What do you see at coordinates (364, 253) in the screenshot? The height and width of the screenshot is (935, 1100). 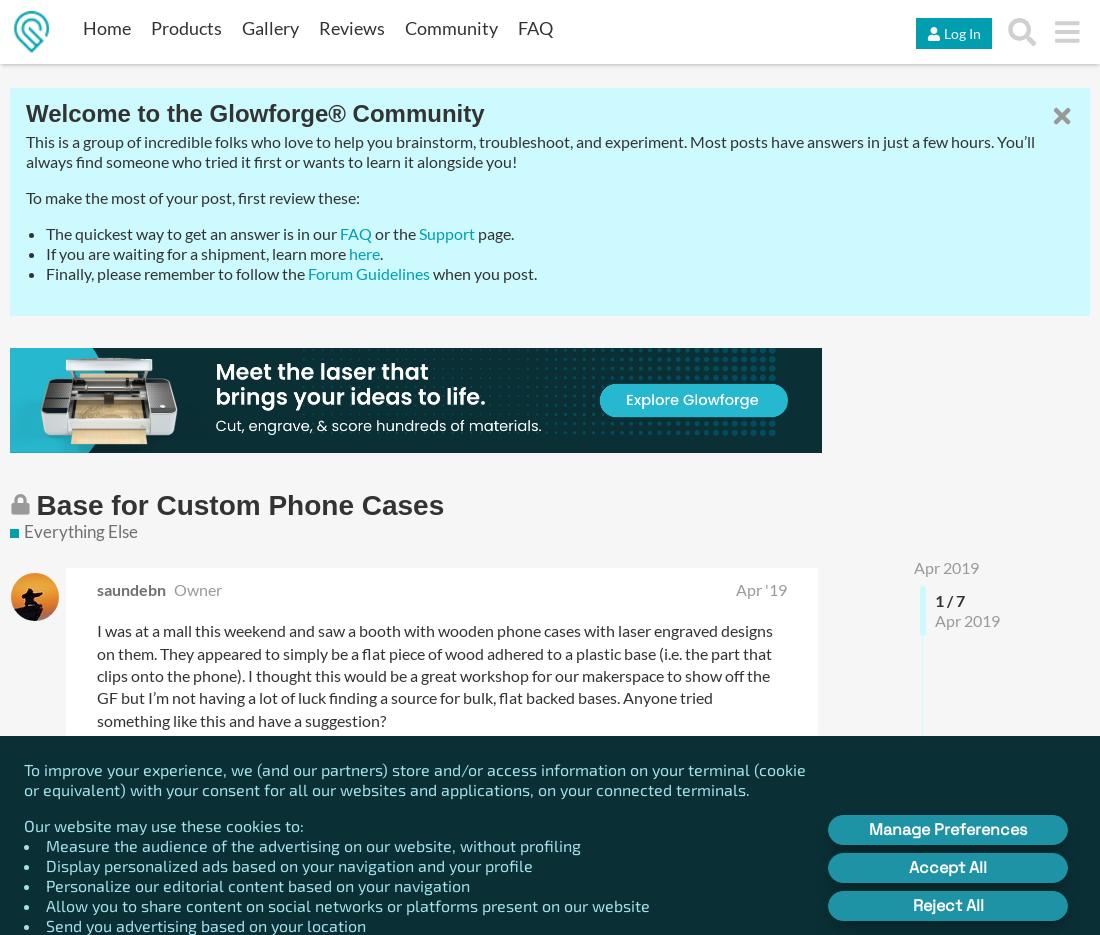 I see `'here'` at bounding box center [364, 253].